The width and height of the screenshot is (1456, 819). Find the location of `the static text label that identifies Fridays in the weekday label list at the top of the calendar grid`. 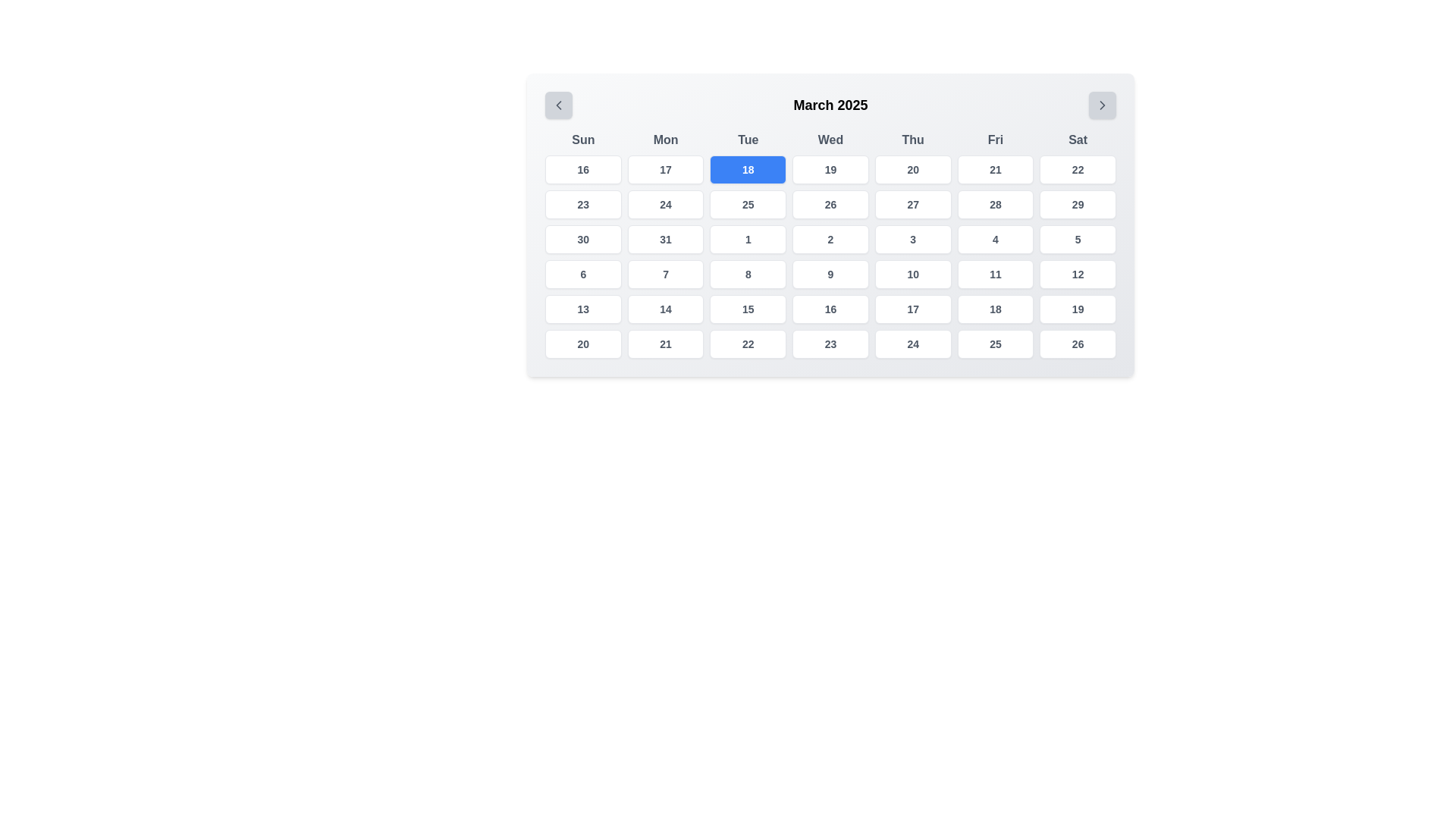

the static text label that identifies Fridays in the weekday label list at the top of the calendar grid is located at coordinates (995, 140).